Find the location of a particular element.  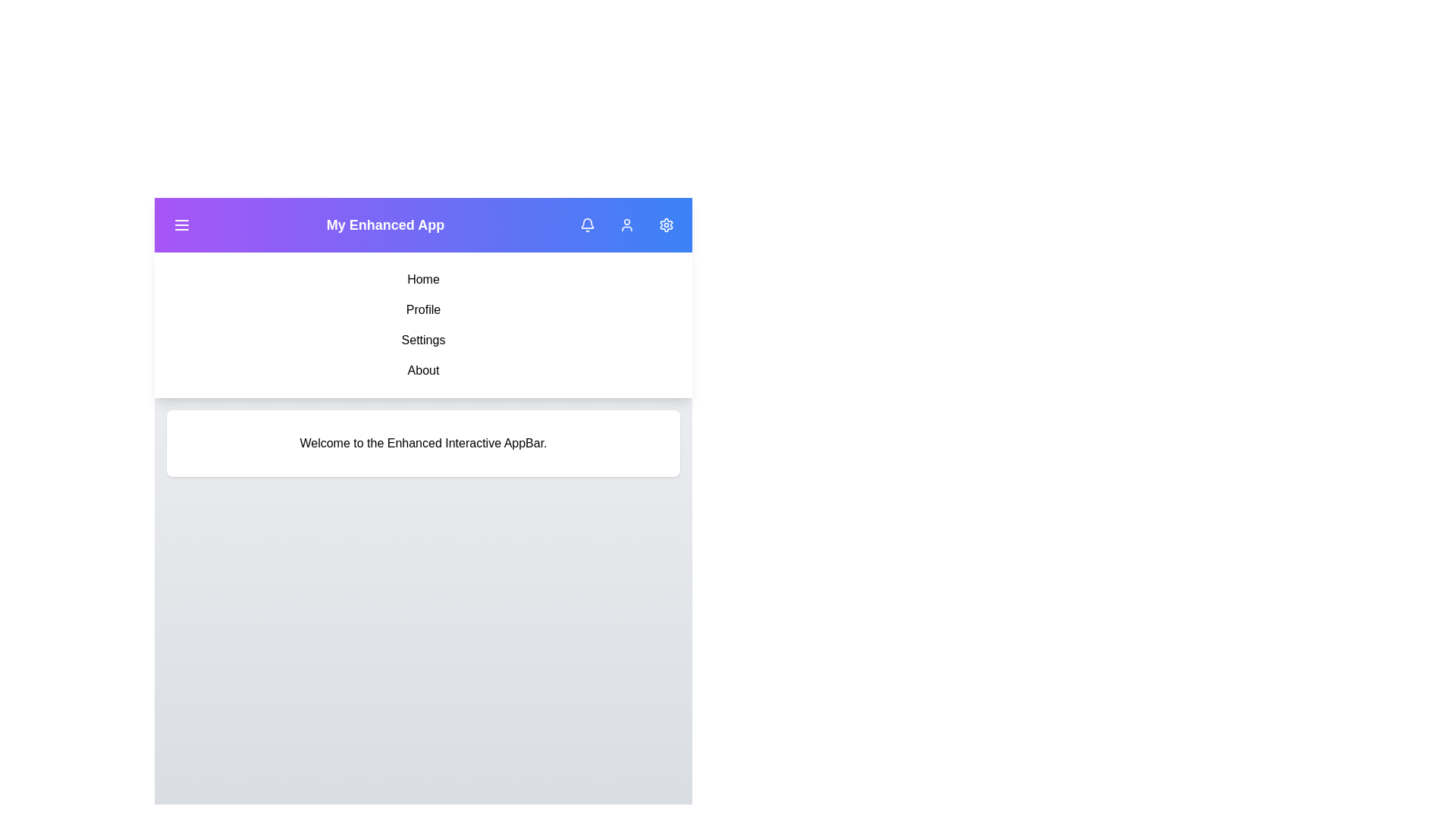

the User button in the top-right corner of the app bar is located at coordinates (626, 225).